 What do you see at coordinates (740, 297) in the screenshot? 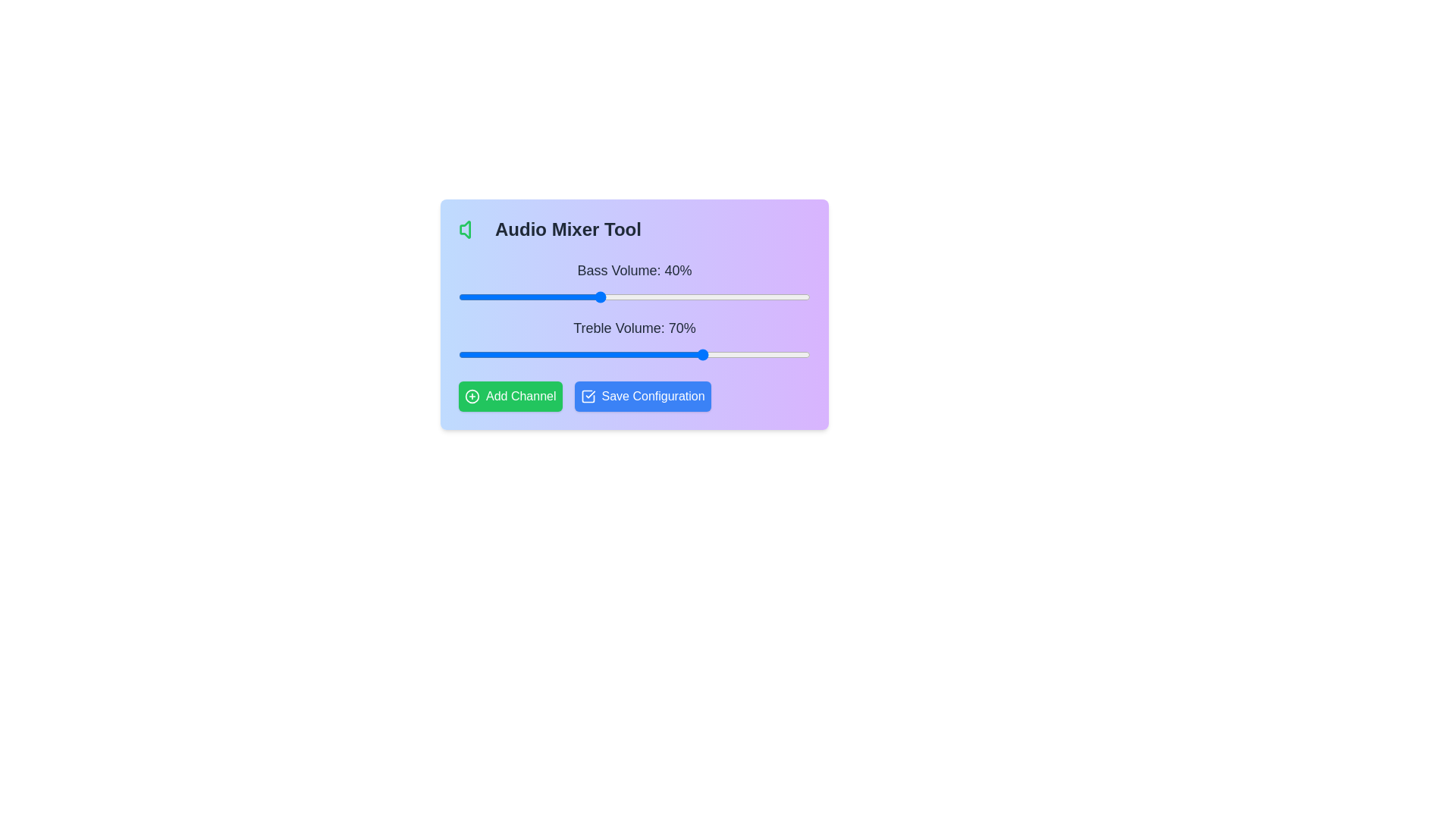
I see `the slider` at bounding box center [740, 297].